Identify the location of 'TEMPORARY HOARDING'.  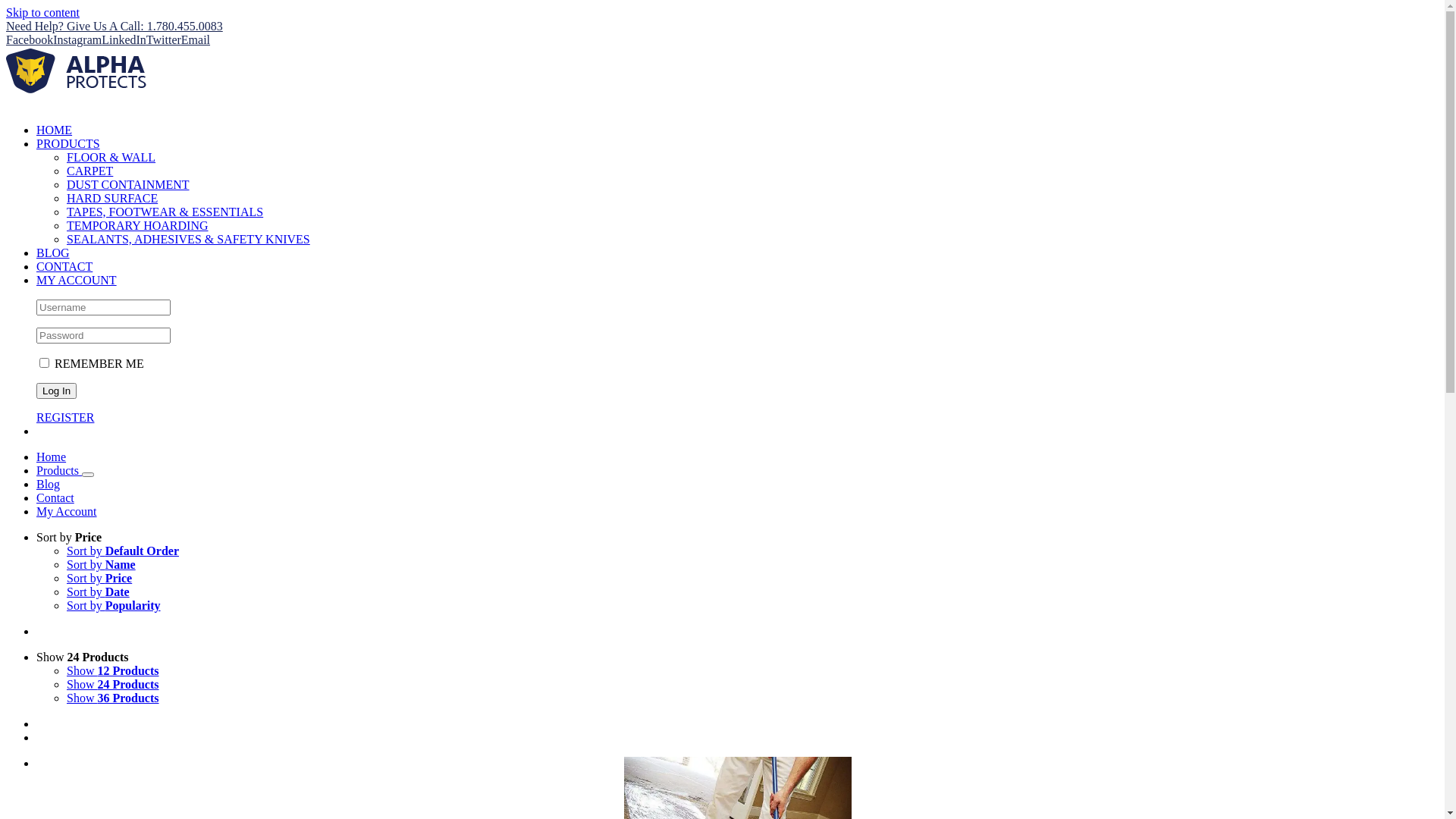
(137, 225).